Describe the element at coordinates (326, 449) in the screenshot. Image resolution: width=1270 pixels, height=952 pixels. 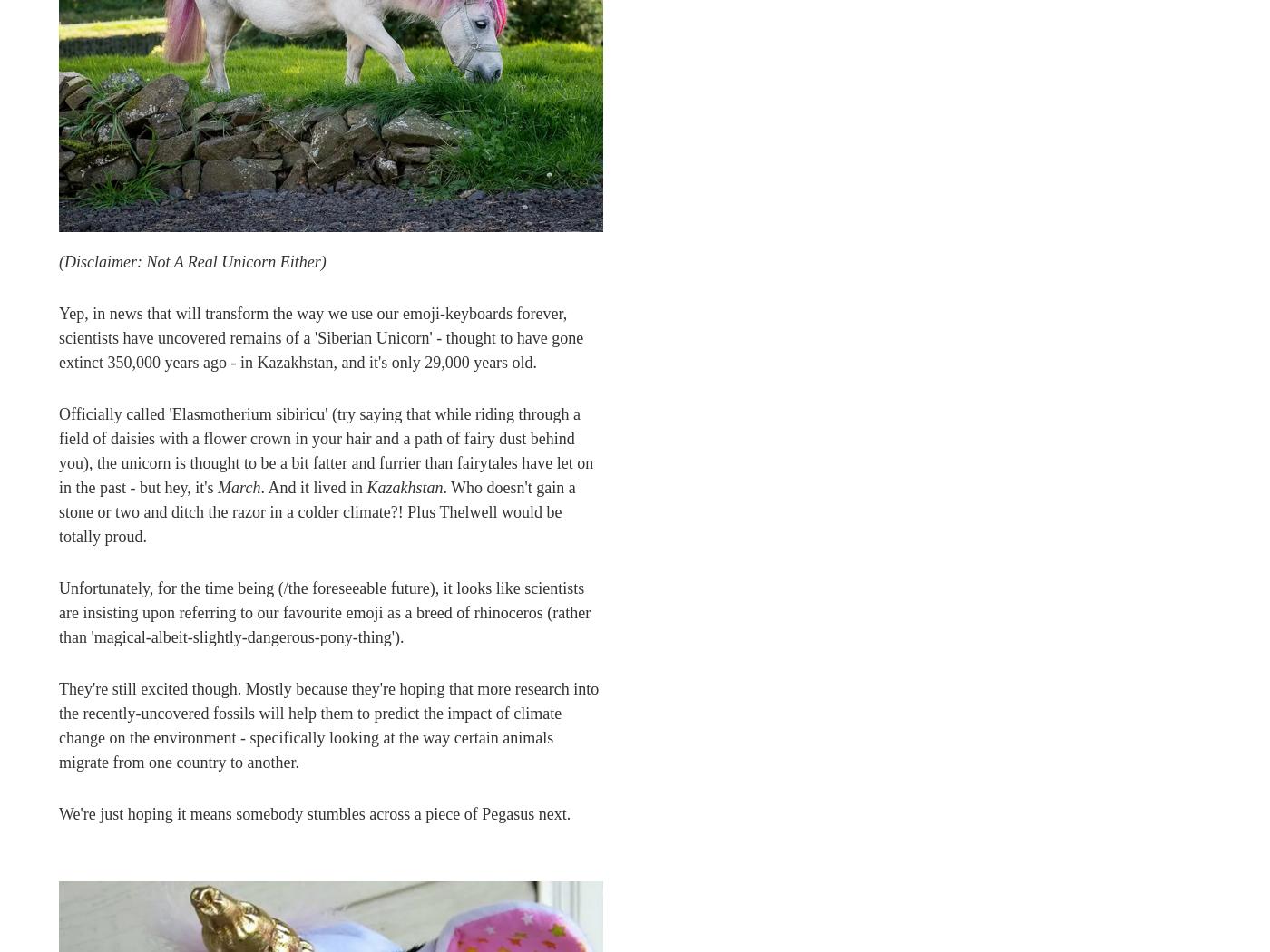
I see `'Officially called 'Elasmotherium sibiricu' (try saying that while riding through a field of daisies with a flower crown in your hair and a path of fairy dust behind you), the unicorn is thought to be a bit fatter and furrier than fairytales have let on in the past - but hey, it's'` at that location.